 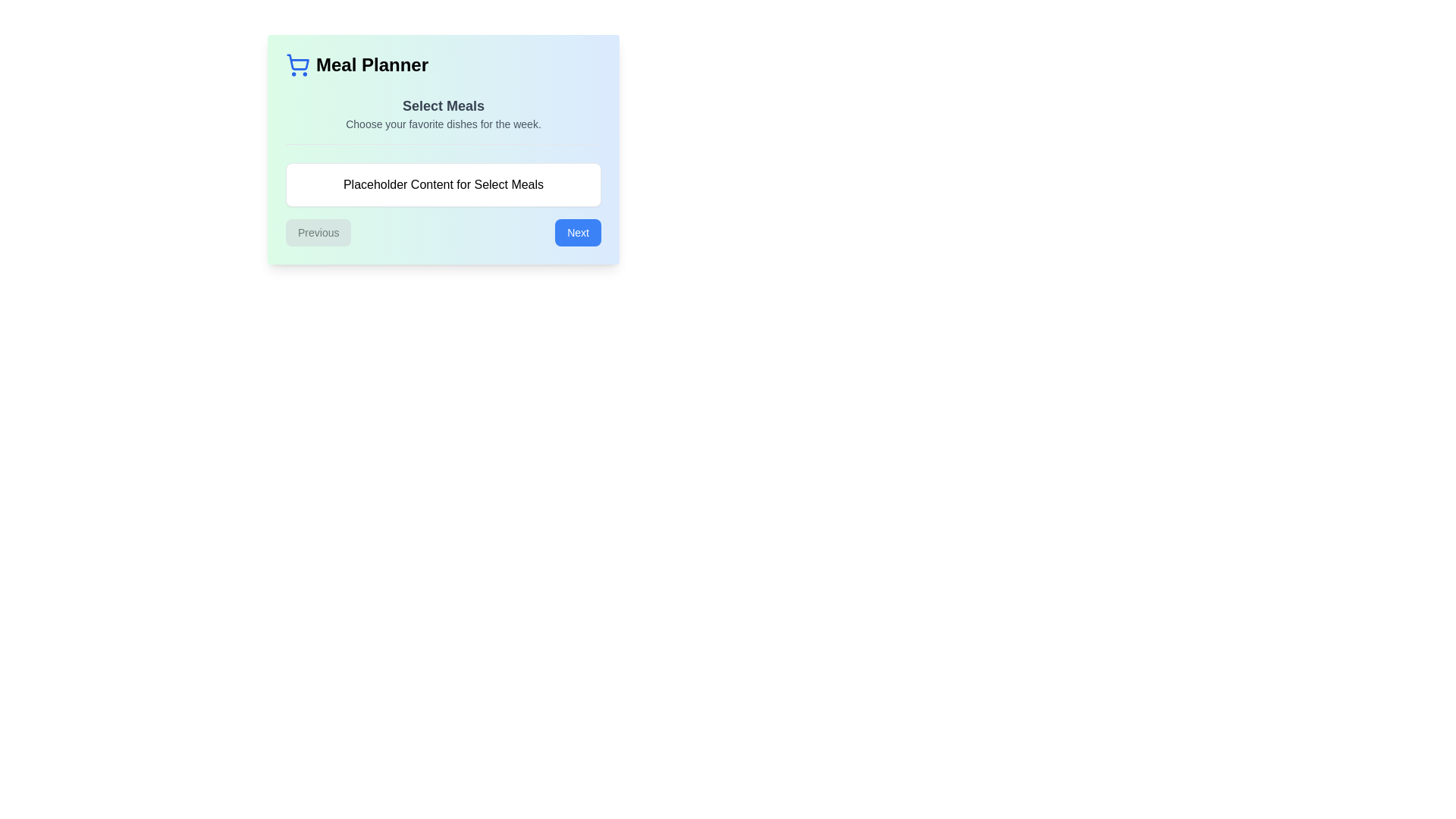 I want to click on the shopping cart icon located at the top left of the 'Meal Planner' panel, so click(x=298, y=61).